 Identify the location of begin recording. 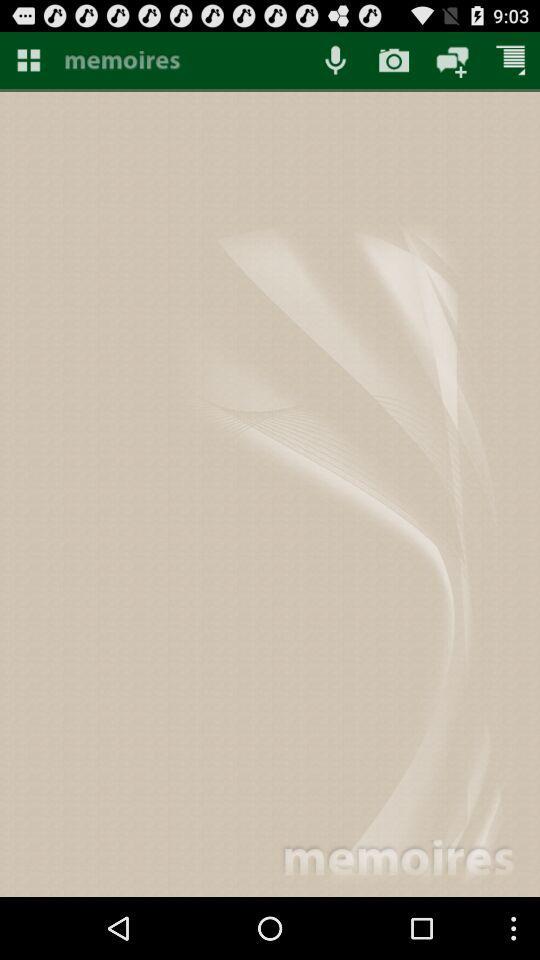
(335, 59).